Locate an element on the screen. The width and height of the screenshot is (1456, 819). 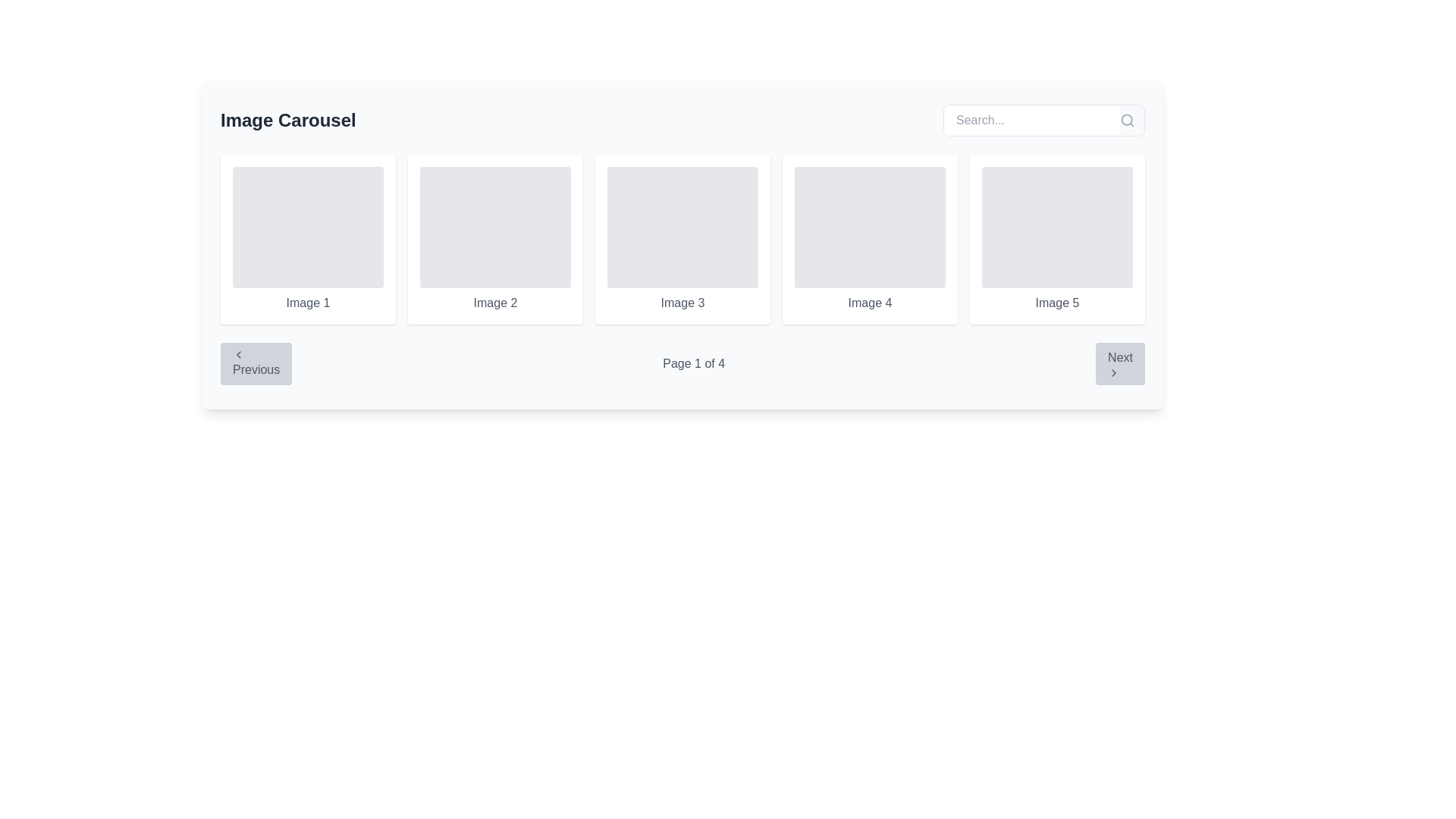
the second Card component in the horizontal grid is located at coordinates (495, 239).